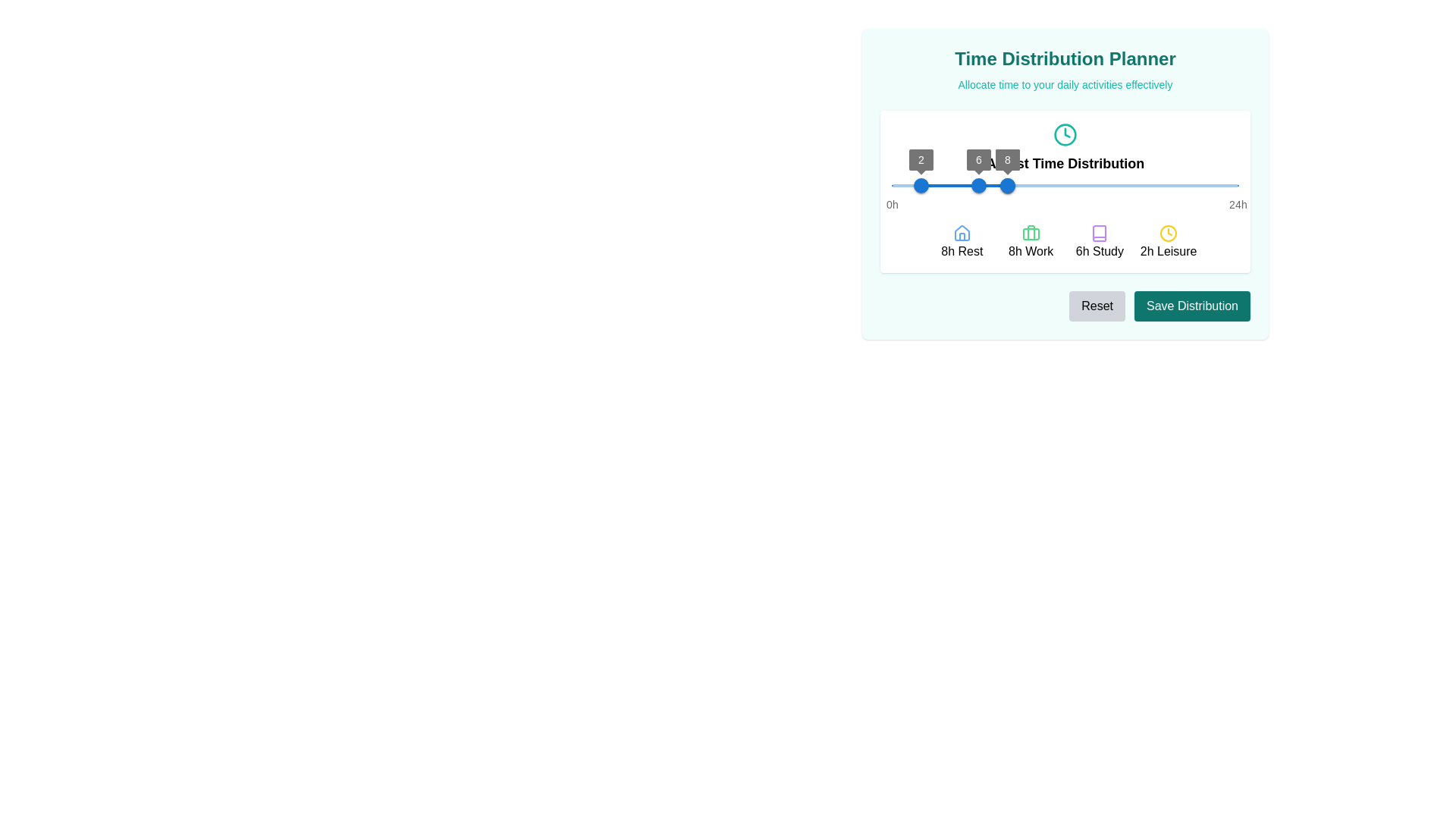 The width and height of the screenshot is (1456, 819). What do you see at coordinates (1065, 242) in the screenshot?
I see `the '6h Study' category grid item located within the 'Time Distribution Planner' layout` at bounding box center [1065, 242].